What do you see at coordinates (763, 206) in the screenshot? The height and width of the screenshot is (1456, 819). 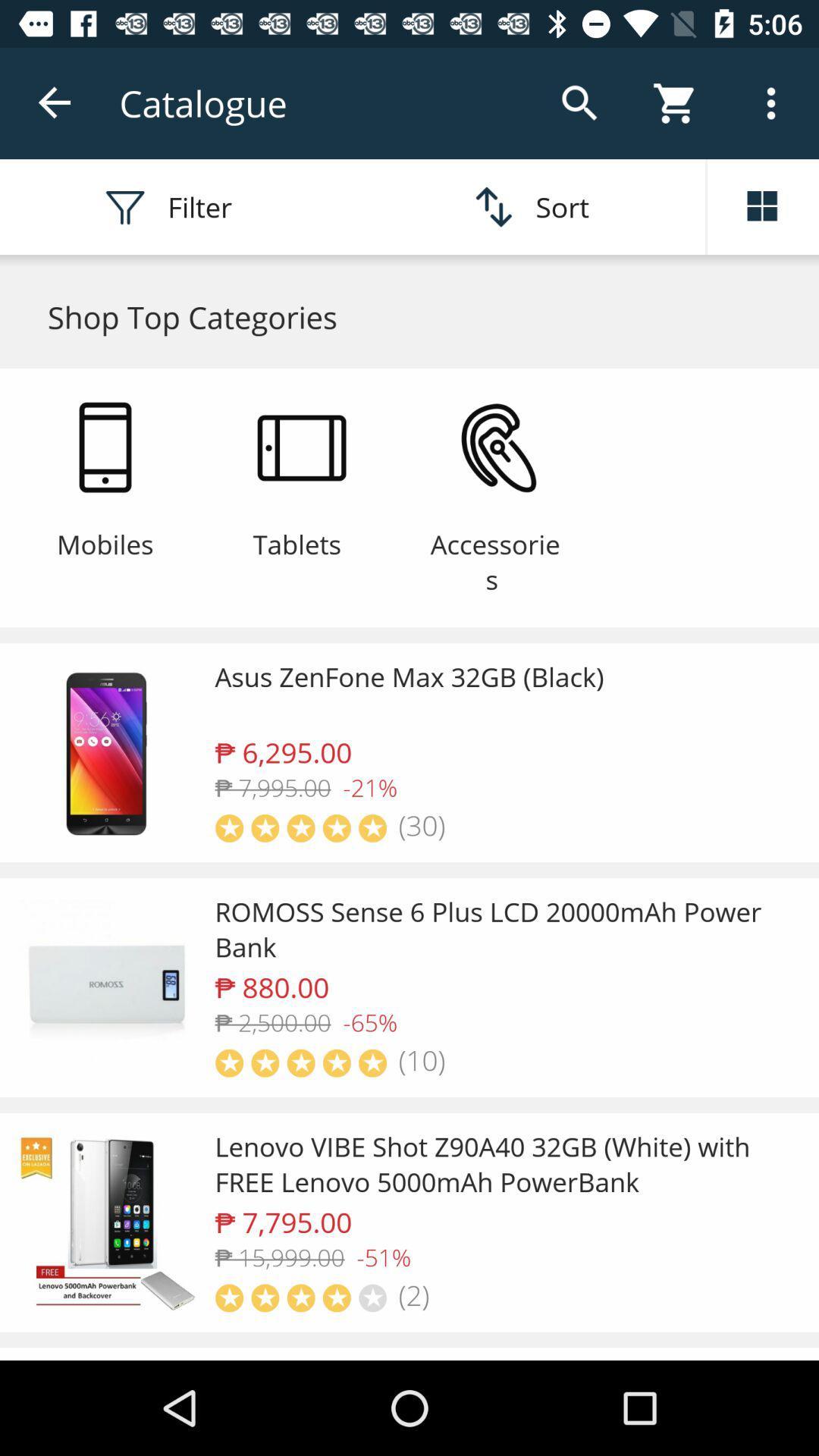 I see `the dashboard icon` at bounding box center [763, 206].